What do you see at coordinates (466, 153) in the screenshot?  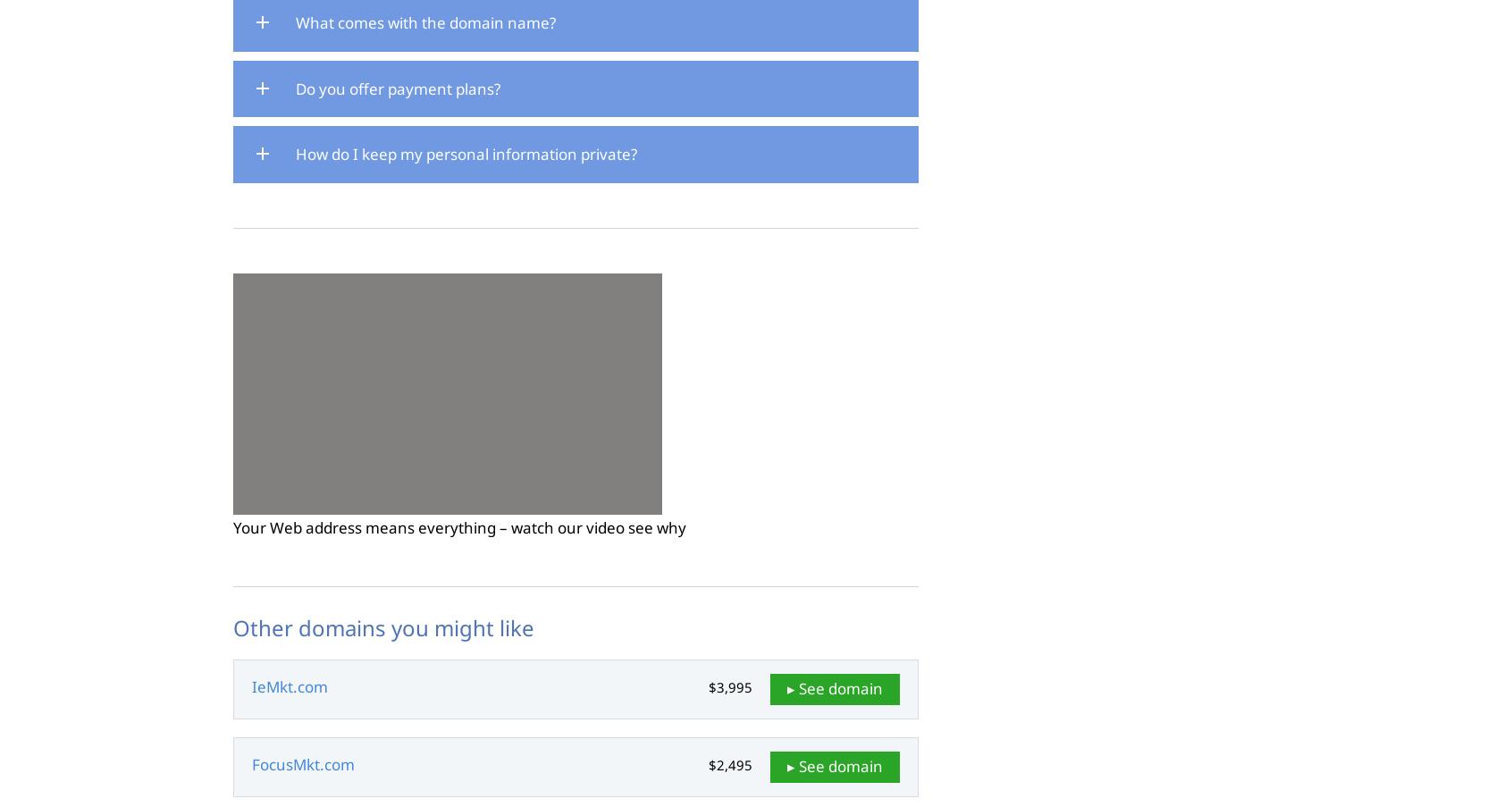 I see `'How do I keep my personal information private?'` at bounding box center [466, 153].